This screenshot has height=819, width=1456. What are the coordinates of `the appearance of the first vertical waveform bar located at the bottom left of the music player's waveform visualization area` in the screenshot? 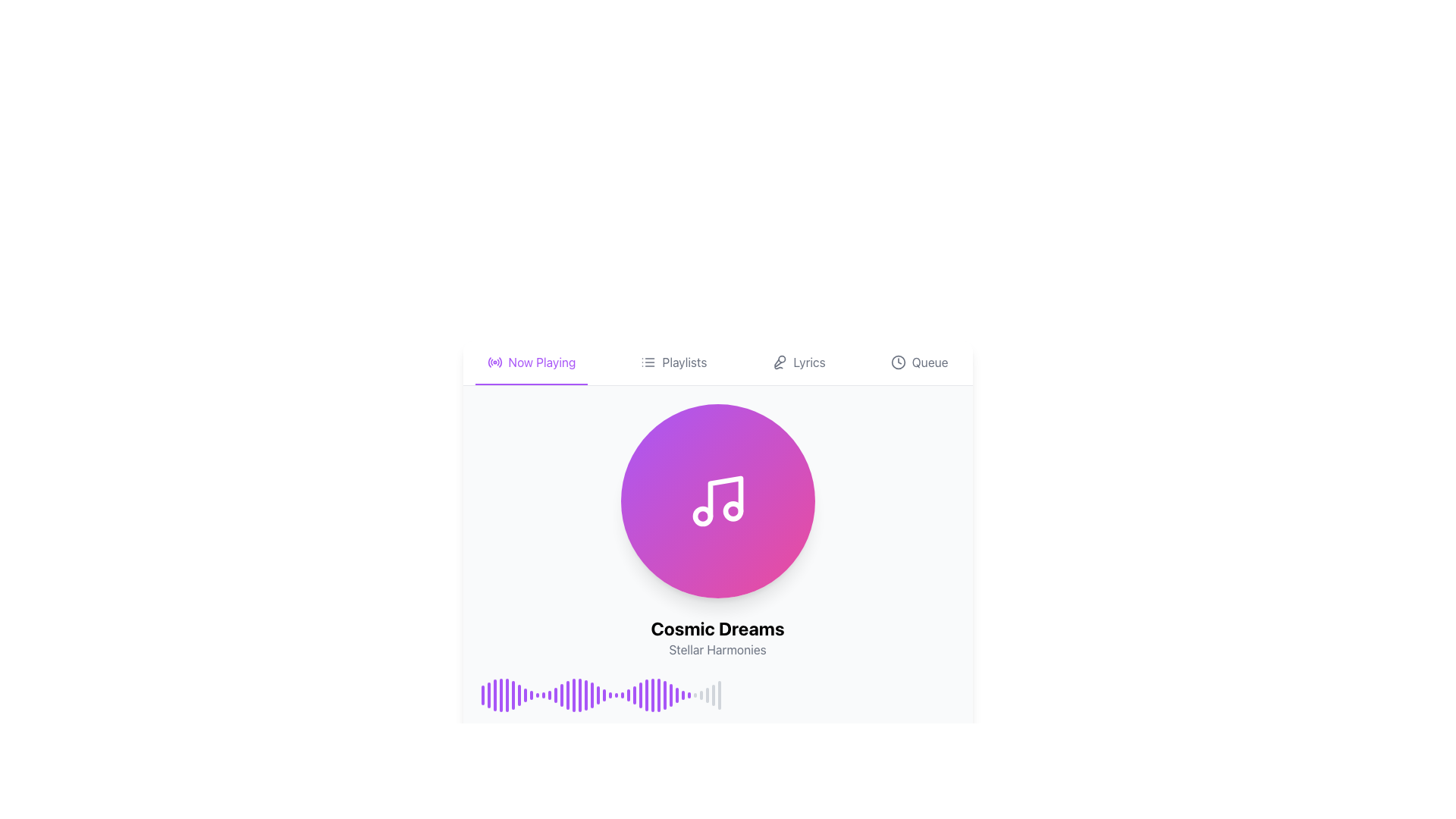 It's located at (482, 695).